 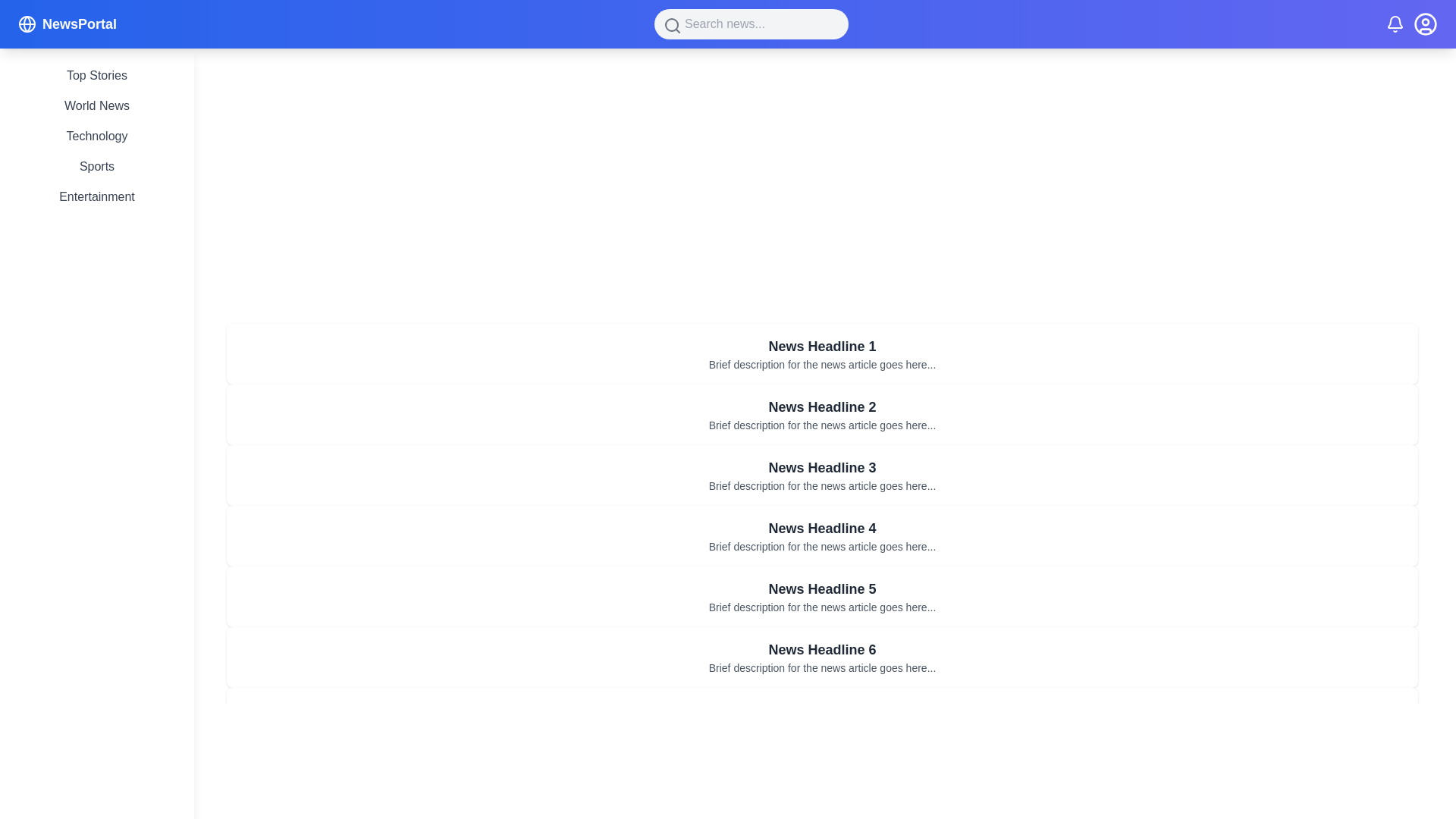 I want to click on the 'News Headline 4' text header, which is displayed in a larger, bold font at the top of a white, rounded rectangle card, so click(x=821, y=528).